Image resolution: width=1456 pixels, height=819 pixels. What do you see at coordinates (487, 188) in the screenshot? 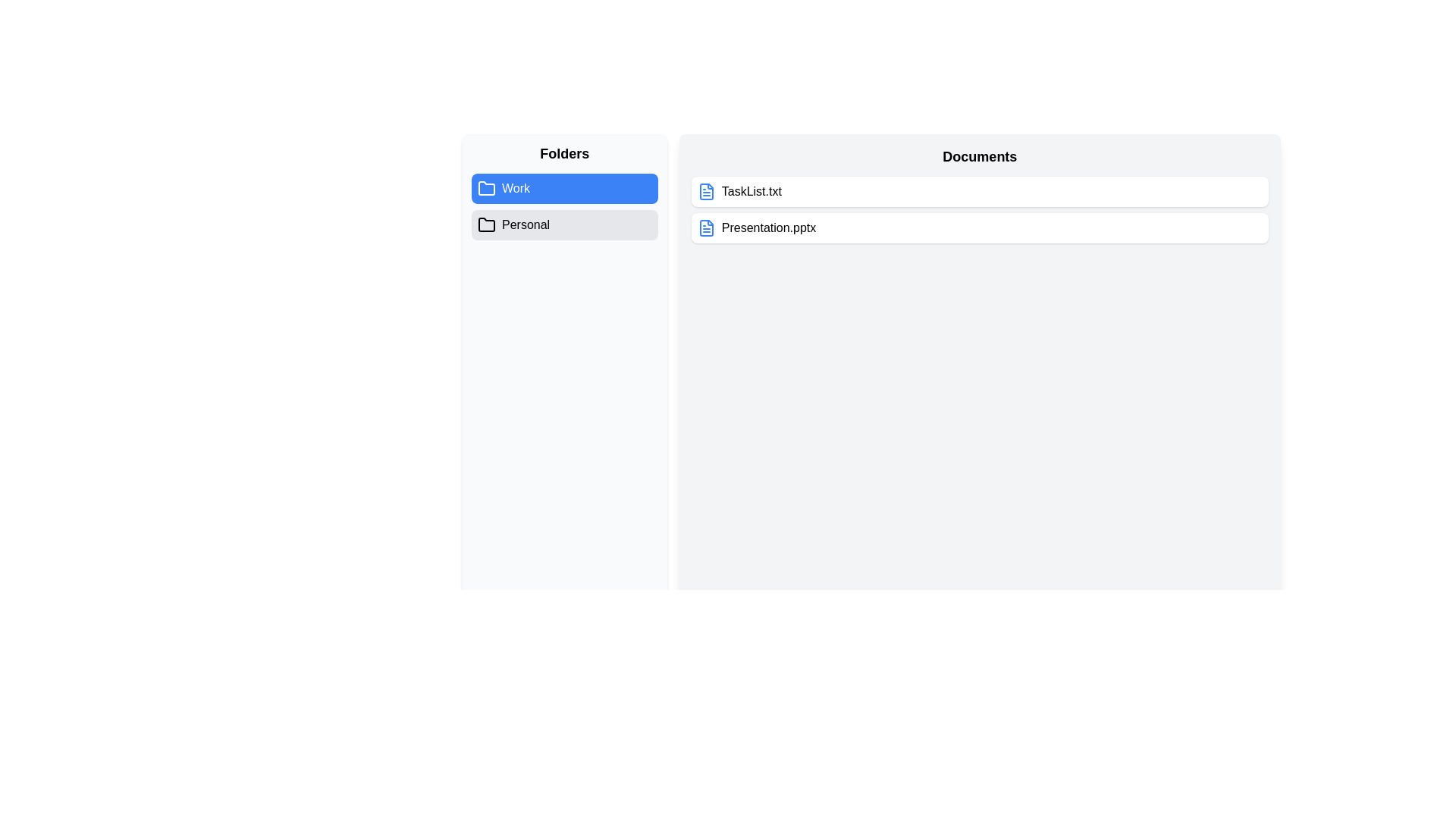
I see `the folder icon associated with the 'Work' label, which is located in the 'Folders' section of the interface` at bounding box center [487, 188].